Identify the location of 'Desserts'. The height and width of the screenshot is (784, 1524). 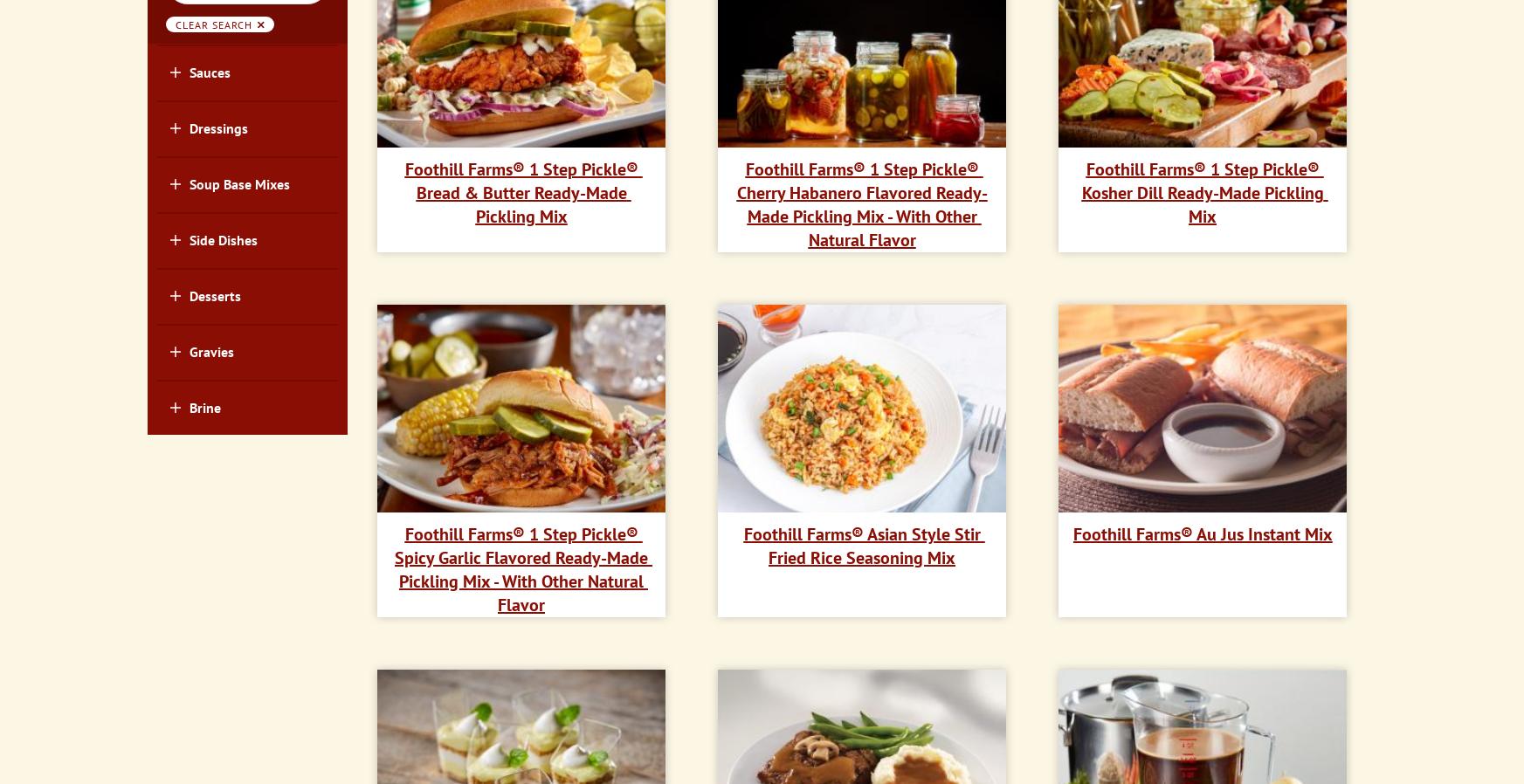
(213, 295).